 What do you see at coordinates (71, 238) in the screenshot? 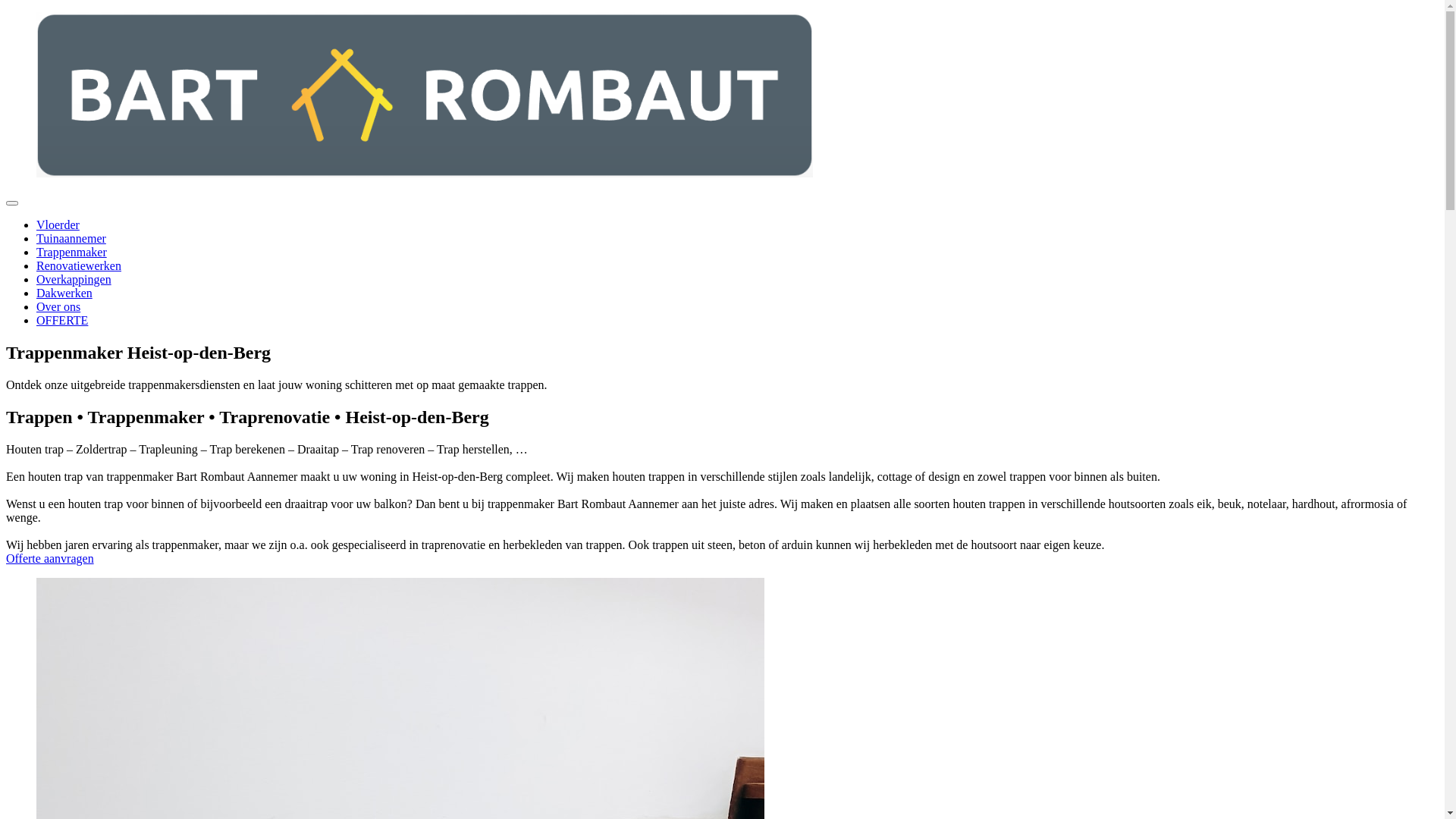
I see `'Tuinaannemer'` at bounding box center [71, 238].